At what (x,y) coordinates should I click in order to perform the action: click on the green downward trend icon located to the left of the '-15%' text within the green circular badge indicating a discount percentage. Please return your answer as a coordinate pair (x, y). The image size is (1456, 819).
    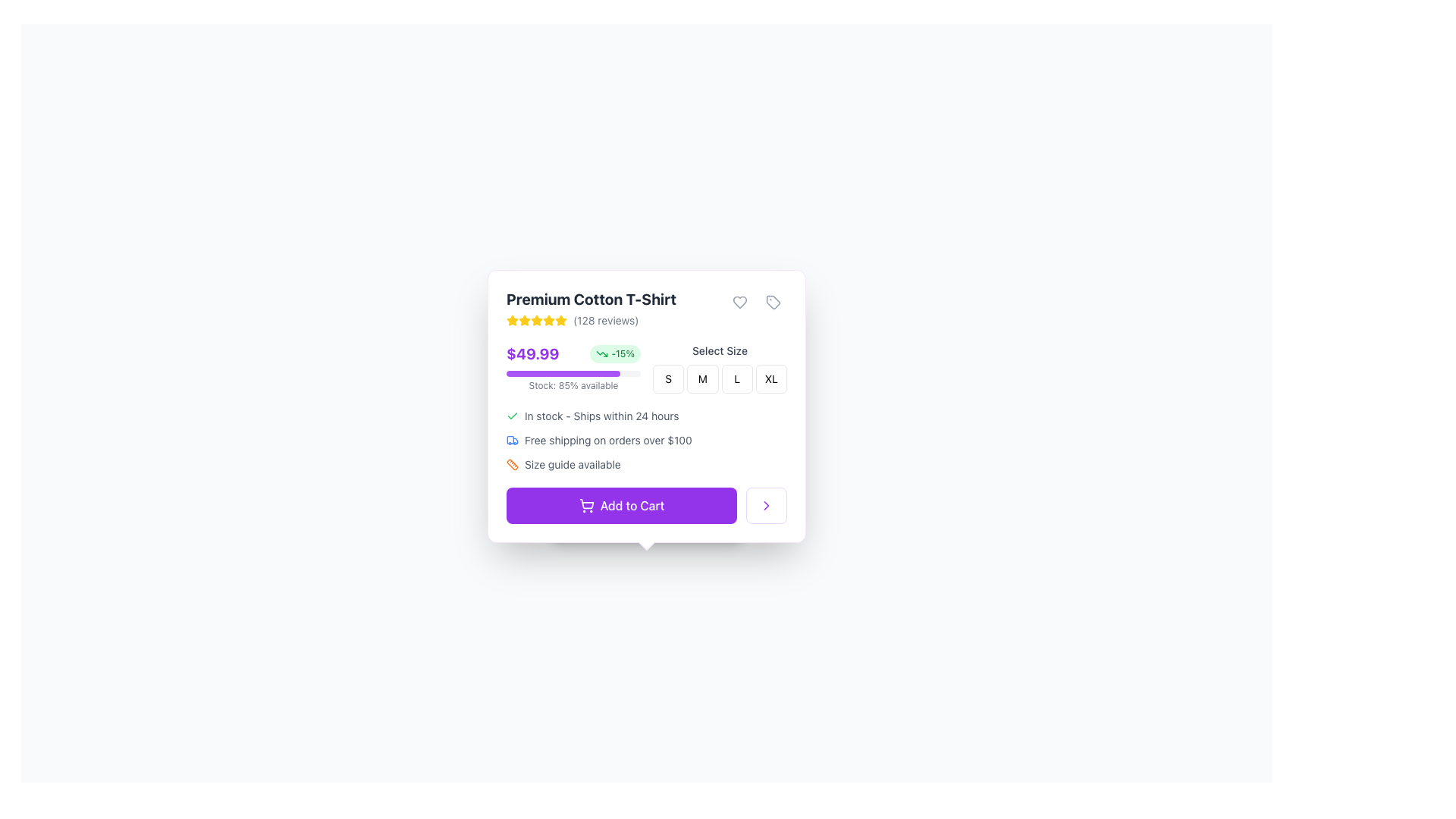
    Looking at the image, I should click on (601, 353).